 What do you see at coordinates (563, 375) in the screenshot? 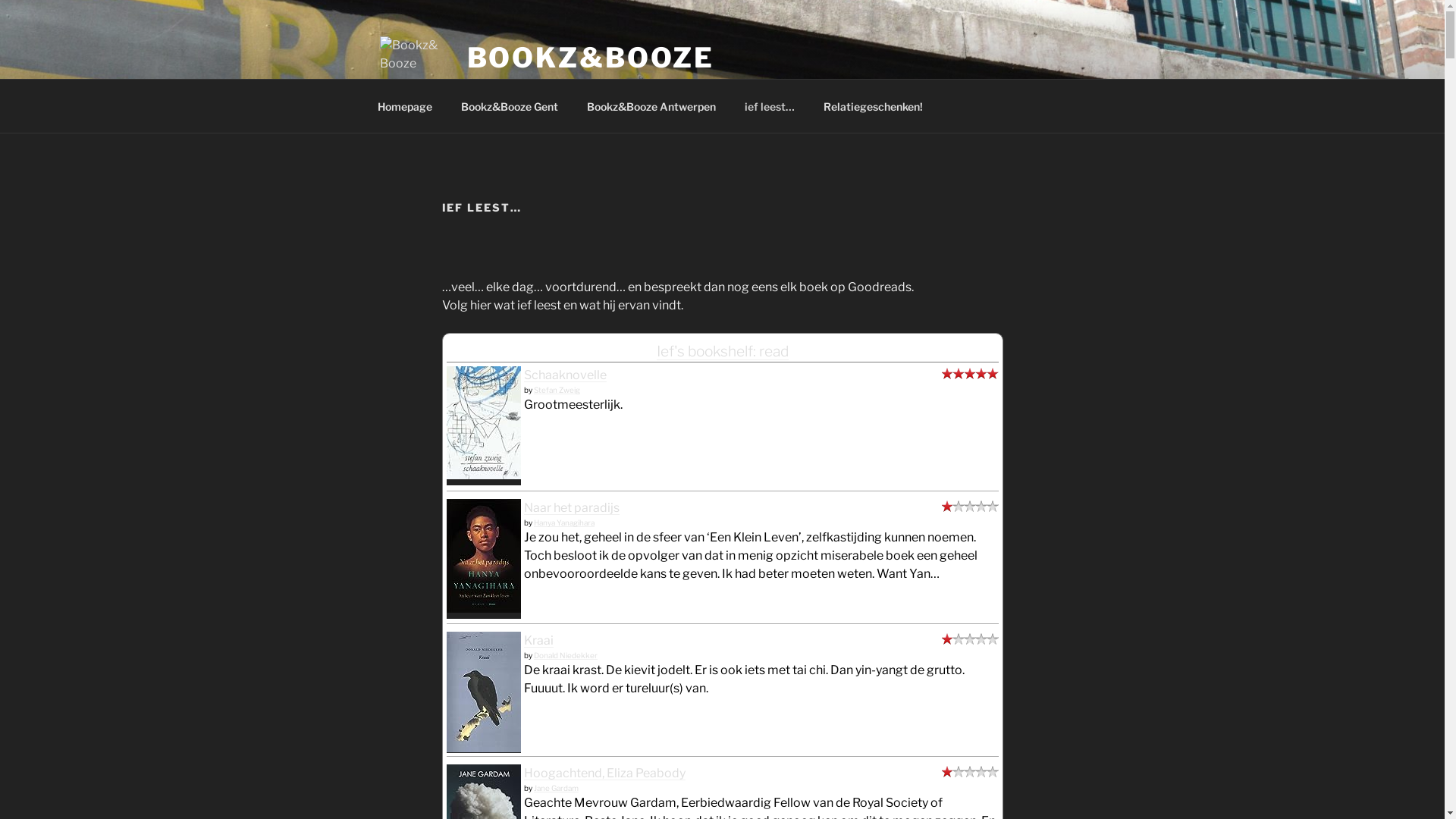
I see `'Schaaknovelle'` at bounding box center [563, 375].